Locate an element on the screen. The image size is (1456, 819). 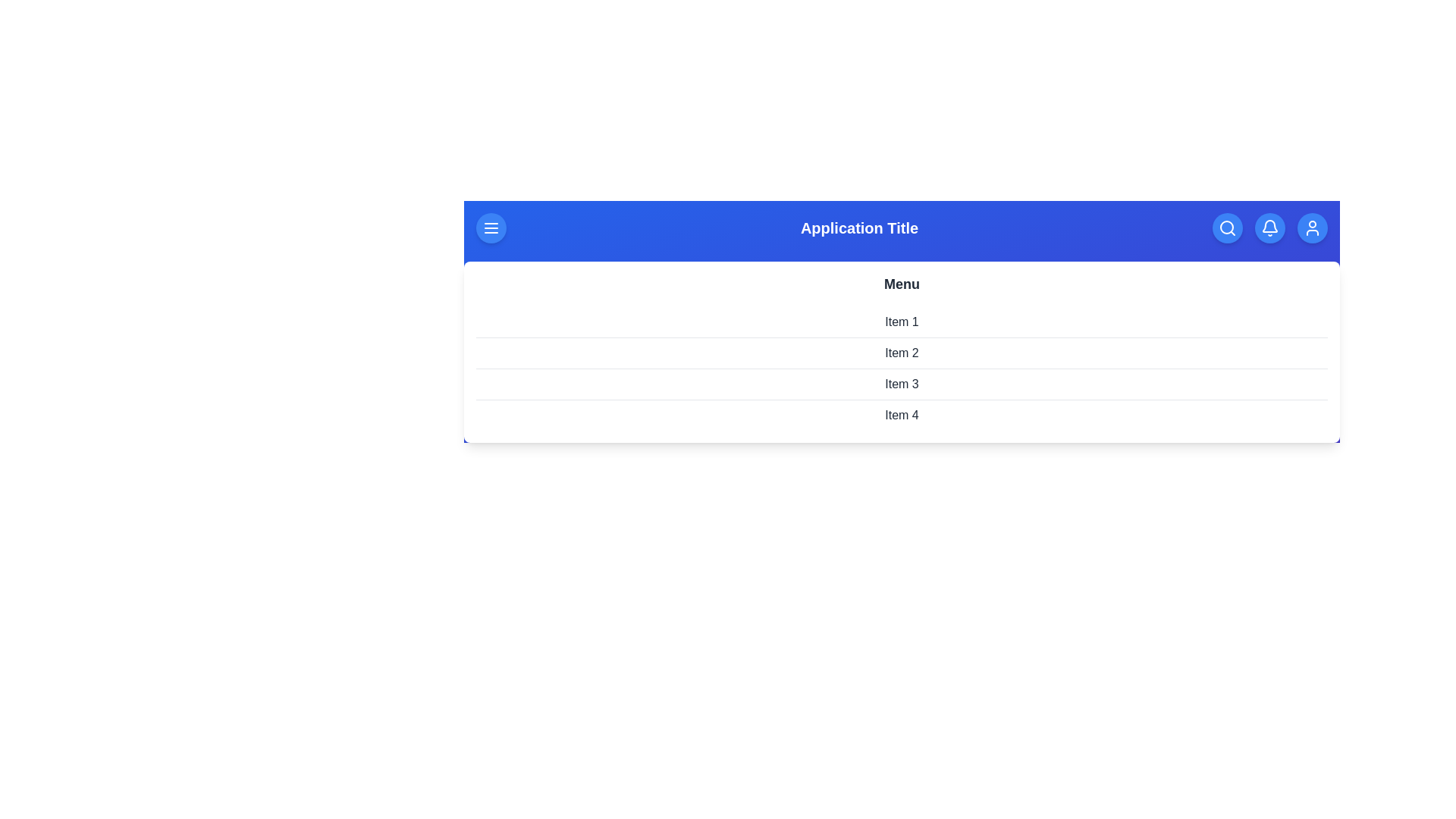
the button labeled Menu to observe its hover effect is located at coordinates (491, 227).